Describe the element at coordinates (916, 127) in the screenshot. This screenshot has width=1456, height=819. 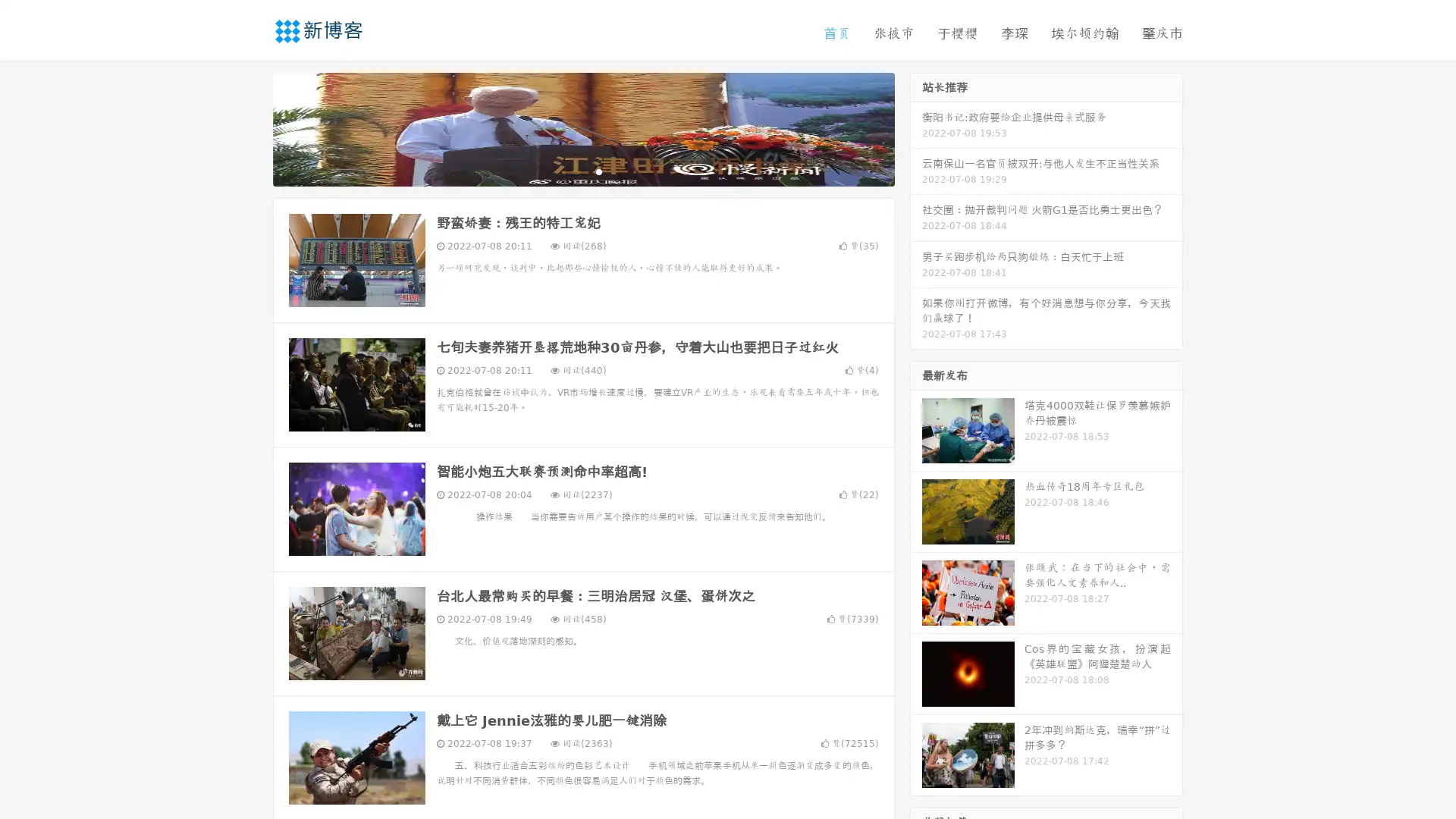
I see `Next slide` at that location.